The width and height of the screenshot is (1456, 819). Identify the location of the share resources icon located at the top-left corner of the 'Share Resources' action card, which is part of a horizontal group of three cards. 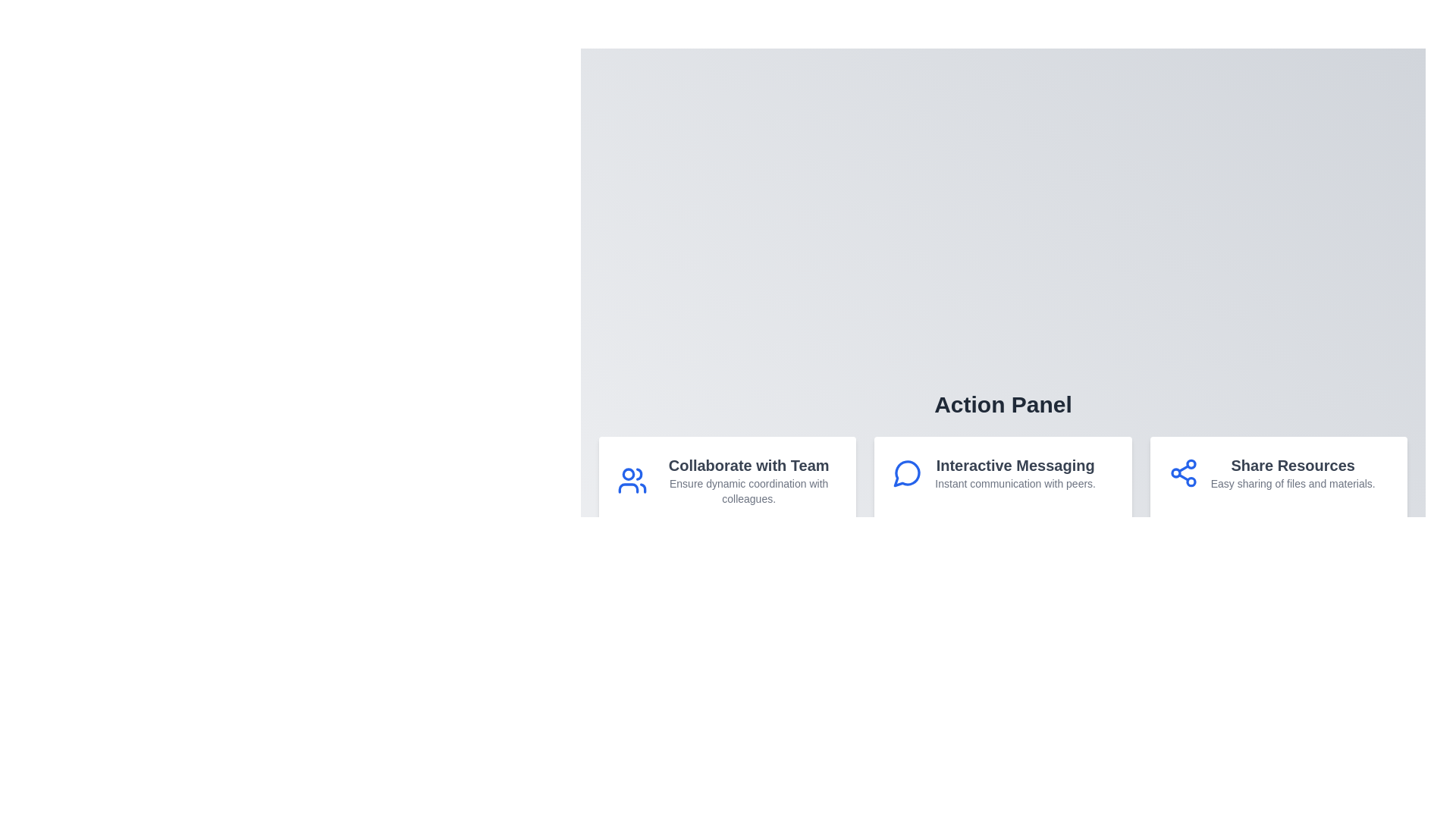
(1182, 472).